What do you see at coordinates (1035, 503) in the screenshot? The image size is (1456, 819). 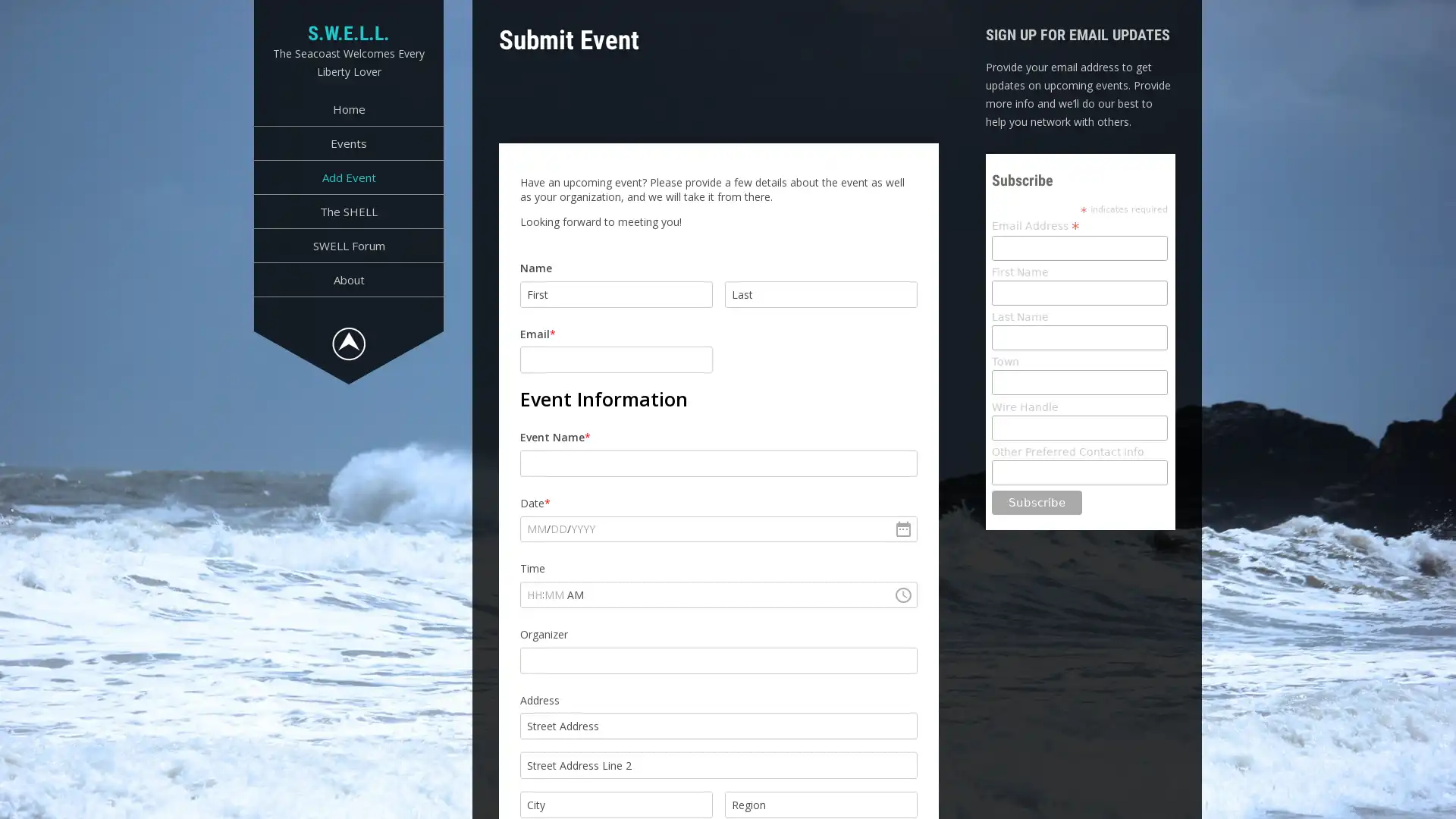 I see `Subscribe` at bounding box center [1035, 503].